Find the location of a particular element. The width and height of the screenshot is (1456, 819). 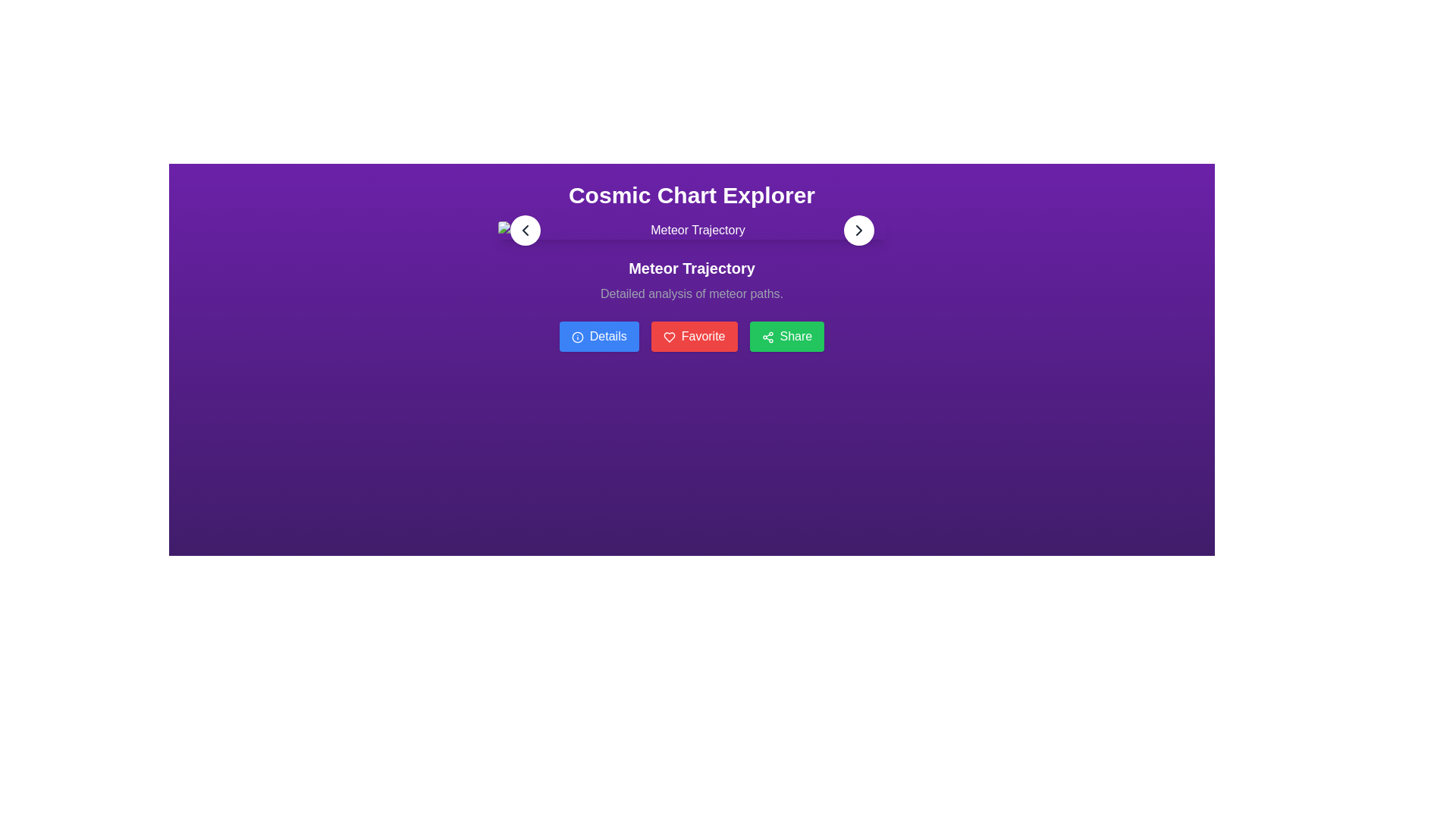

the circular button with a white background featuring a leftward-pointing arrow icon is located at coordinates (525, 231).